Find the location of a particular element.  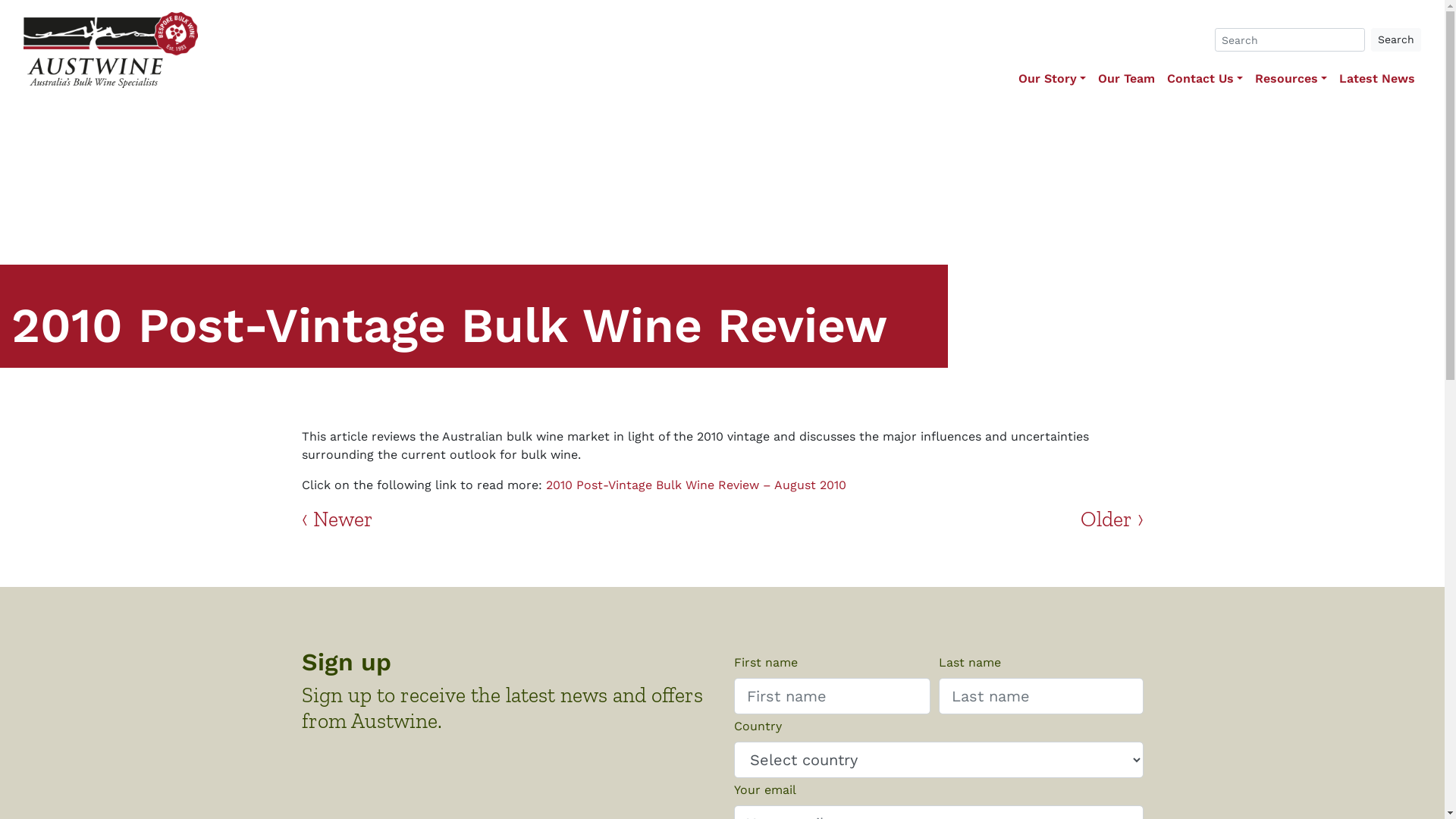

'Search' is located at coordinates (1395, 39).